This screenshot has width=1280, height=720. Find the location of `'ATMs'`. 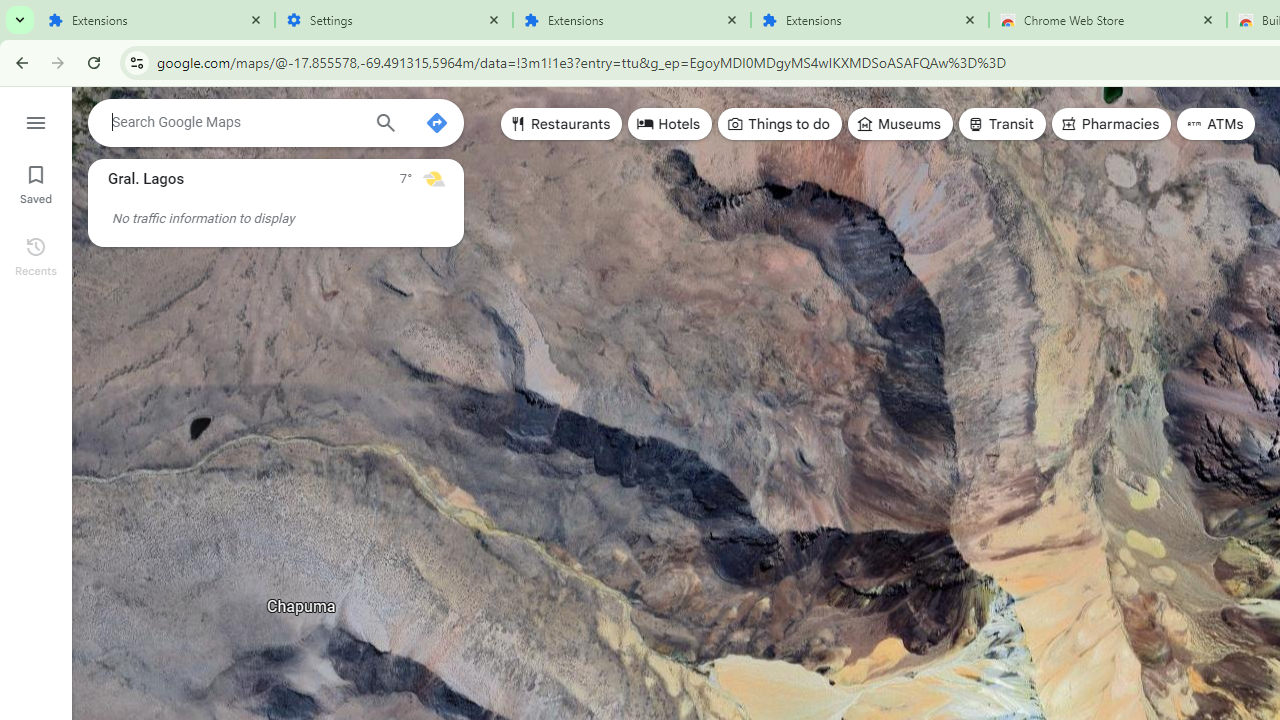

'ATMs' is located at coordinates (1215, 124).